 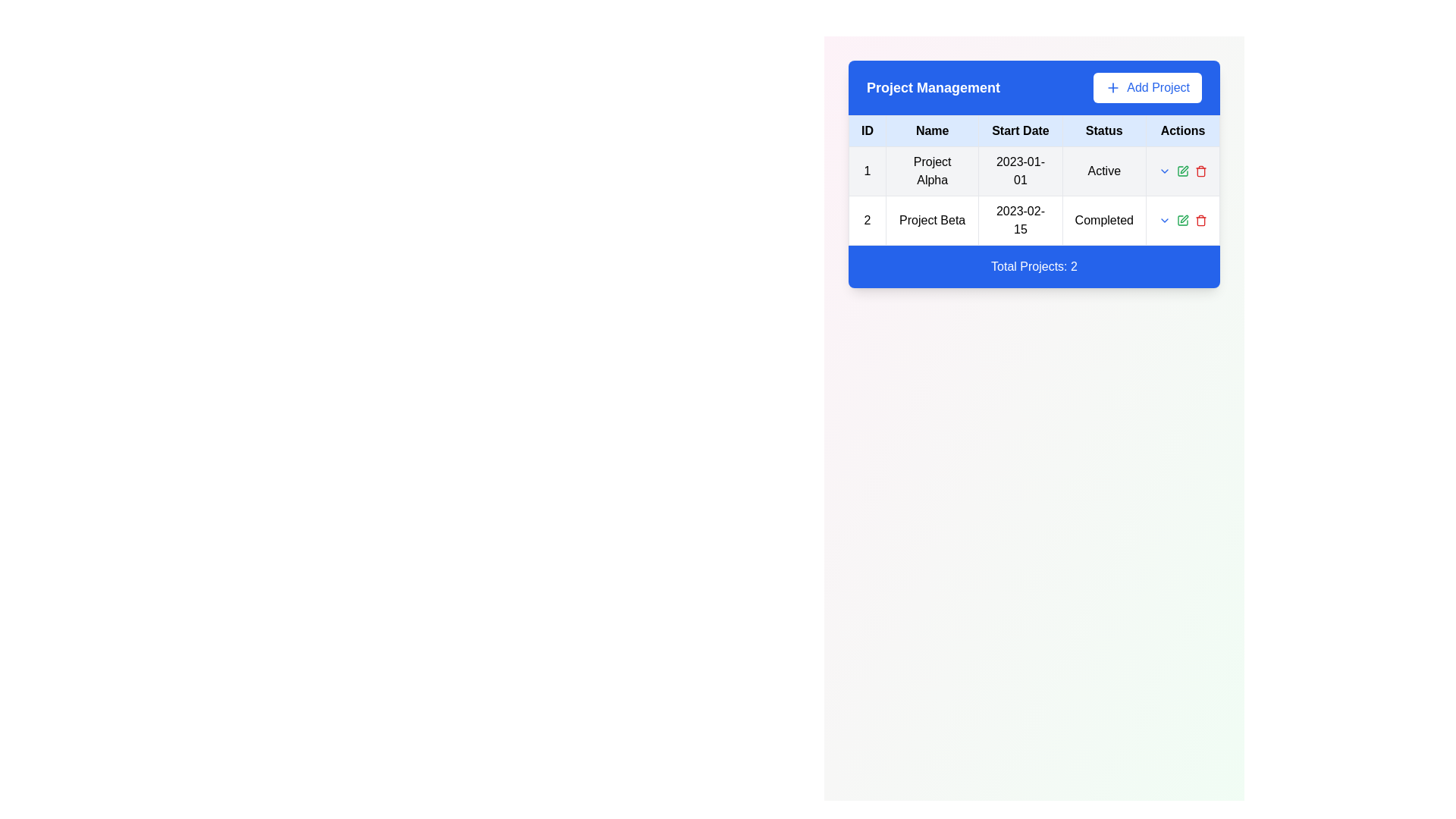 I want to click on project details from the first row of the table, which displays the project's ID, name, start date, current status, and associated actions, so click(x=1033, y=171).